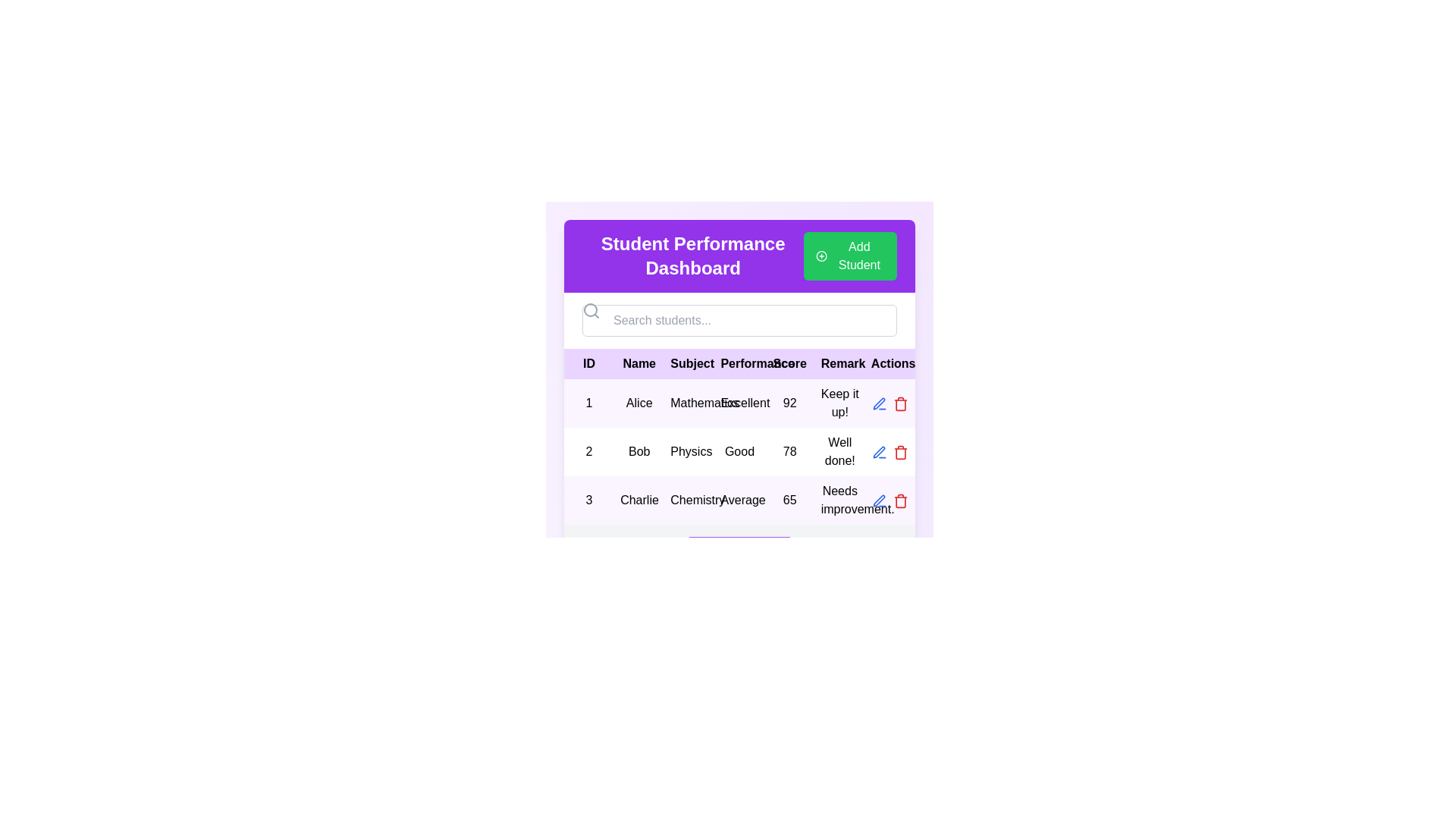  What do you see at coordinates (639, 451) in the screenshot?
I see `the text label displaying the name 'Bob', which is the second entry in the list of students located in the 'Name' column of the table` at bounding box center [639, 451].